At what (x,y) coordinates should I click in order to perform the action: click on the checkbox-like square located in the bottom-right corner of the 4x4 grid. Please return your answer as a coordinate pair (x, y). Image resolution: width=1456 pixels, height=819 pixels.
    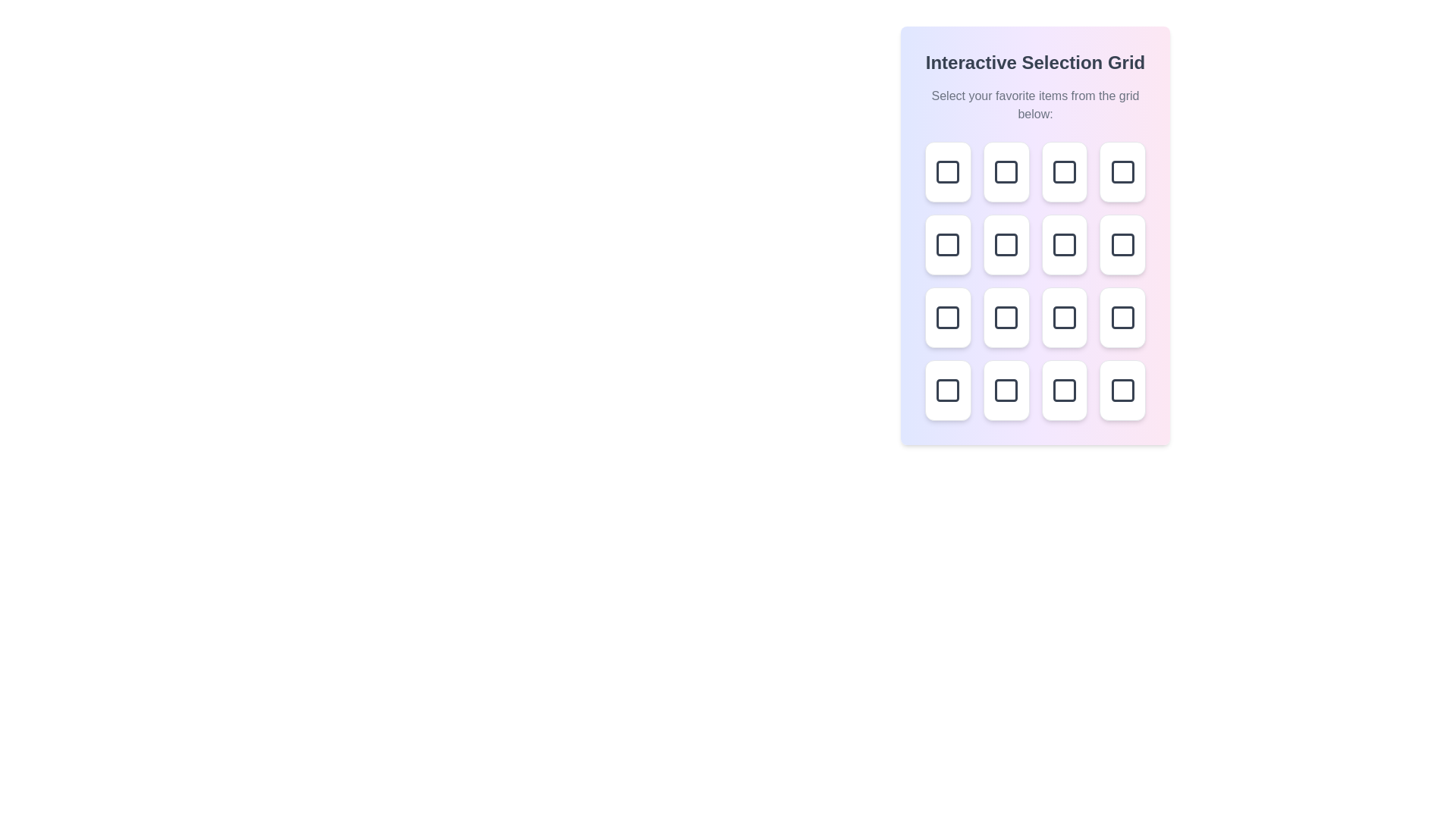
    Looking at the image, I should click on (1122, 390).